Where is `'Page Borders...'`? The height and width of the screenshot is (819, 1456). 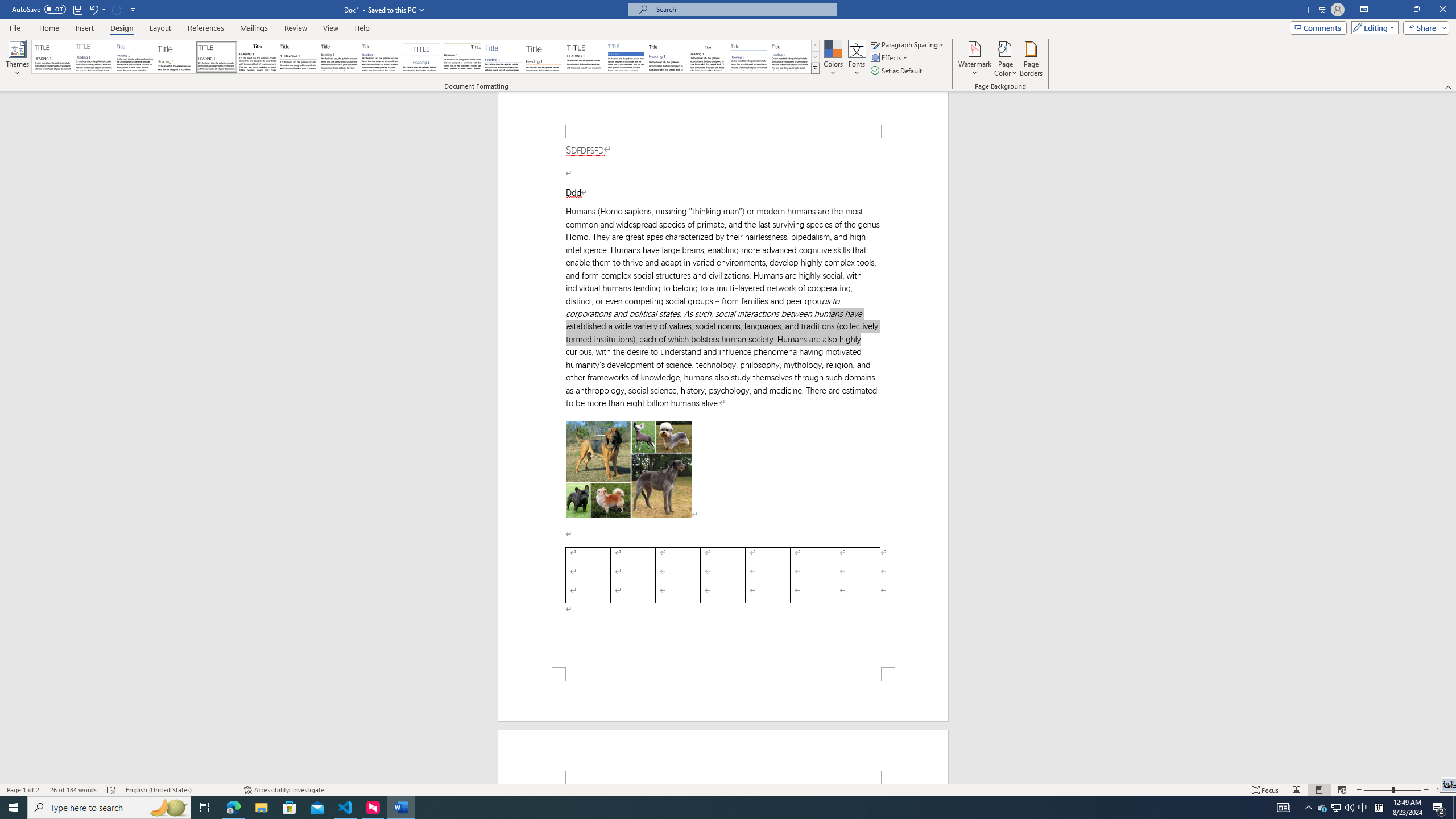
'Page Borders...' is located at coordinates (1031, 59).